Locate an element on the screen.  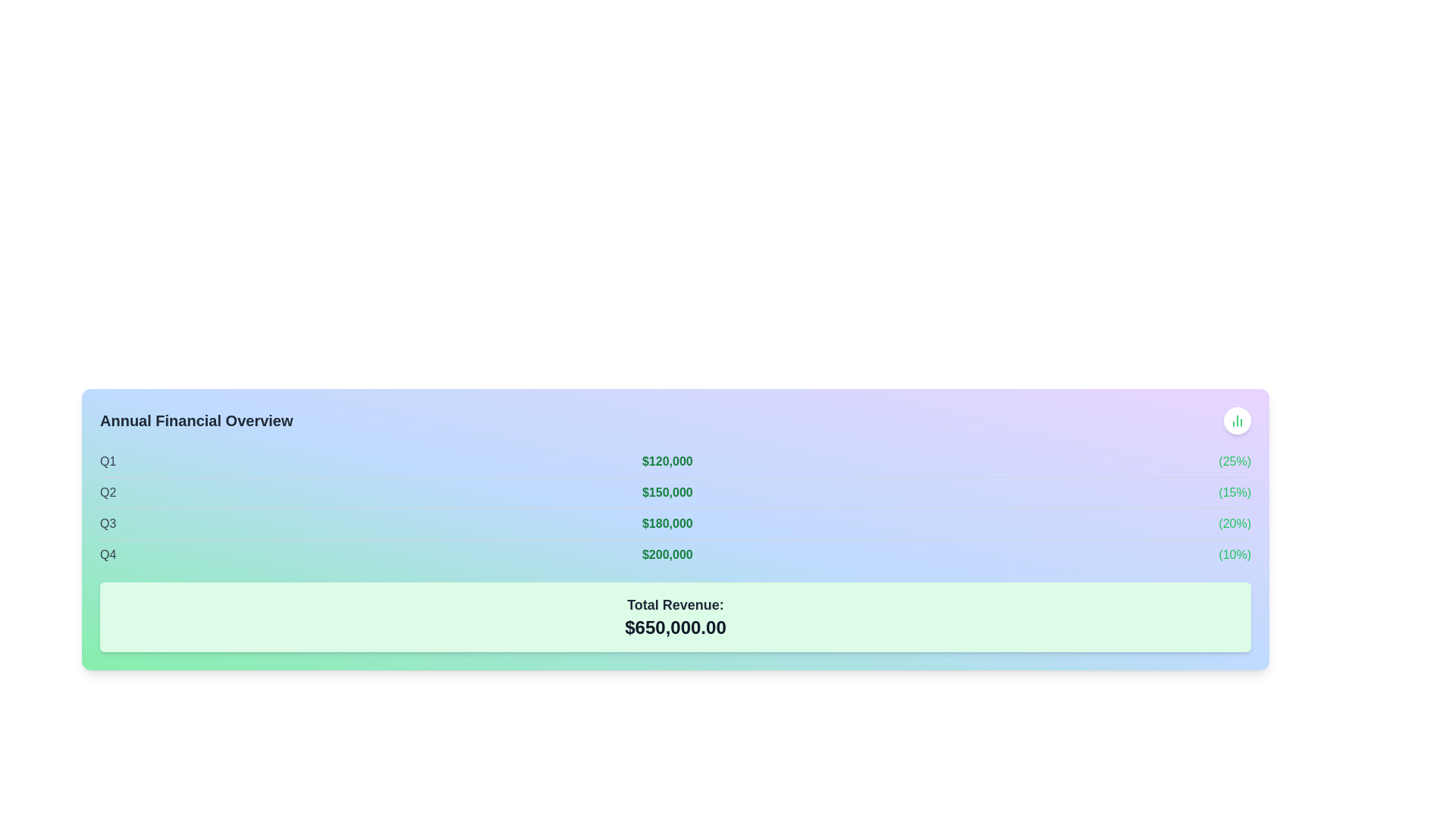
text label displaying the value '$180,000' in bold green color, located in the third row of the table structure labeled 'Q3' is located at coordinates (667, 522).